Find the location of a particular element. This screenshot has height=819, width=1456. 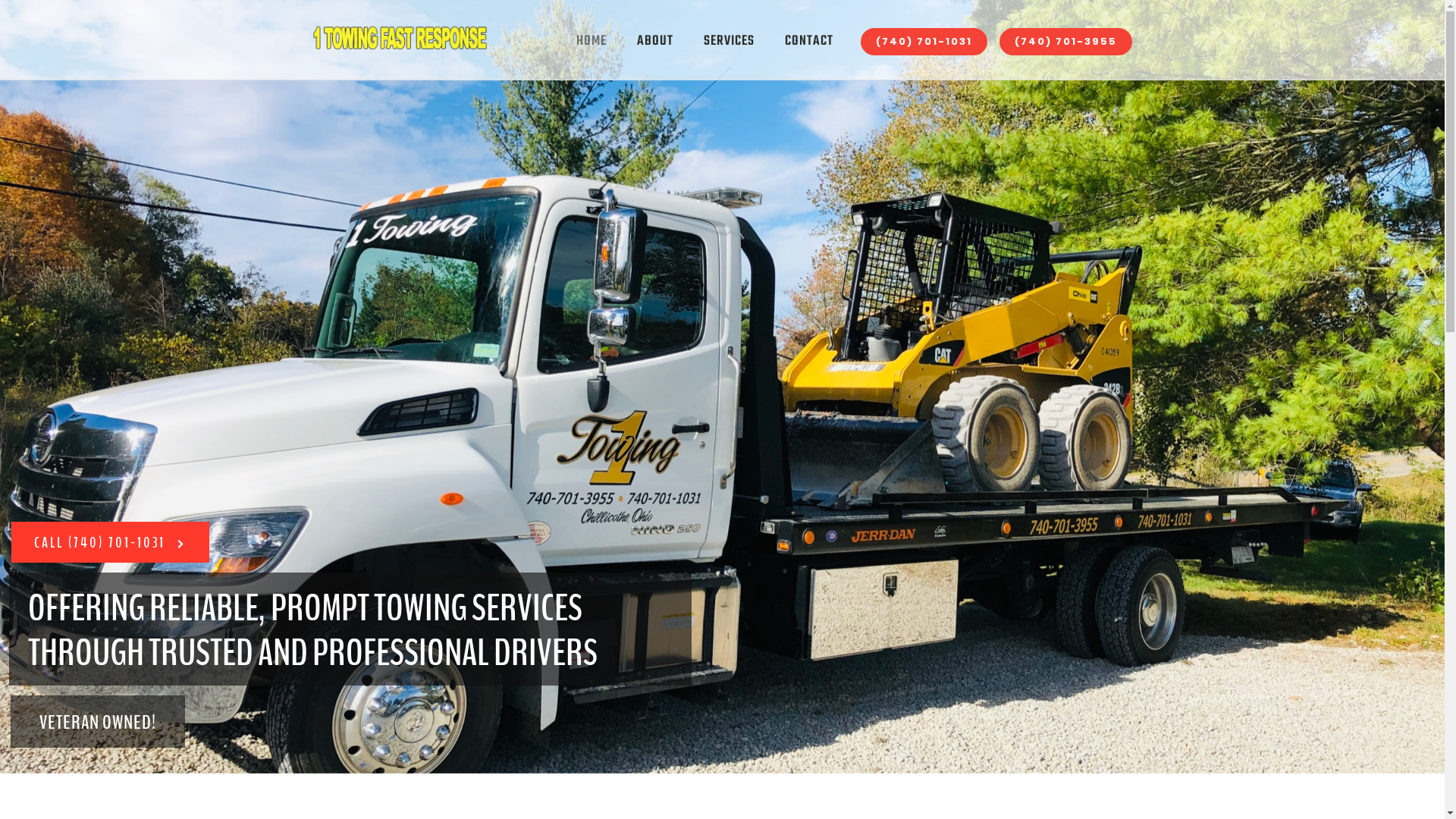

'CONTACT' is located at coordinates (768, 40).